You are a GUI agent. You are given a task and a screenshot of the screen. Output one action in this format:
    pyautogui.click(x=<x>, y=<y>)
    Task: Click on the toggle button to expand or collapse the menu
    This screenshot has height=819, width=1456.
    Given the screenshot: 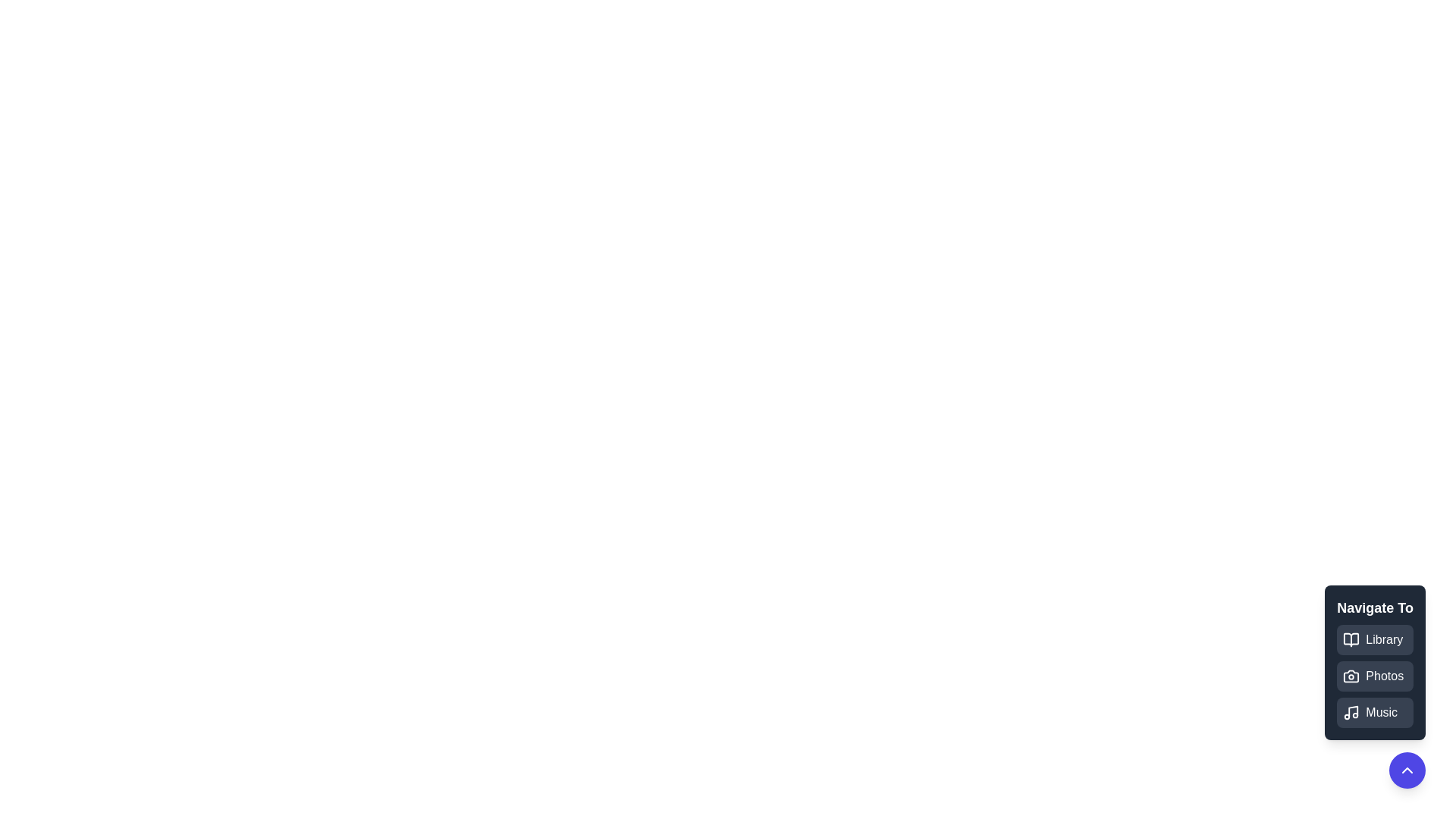 What is the action you would take?
    pyautogui.click(x=1407, y=770)
    